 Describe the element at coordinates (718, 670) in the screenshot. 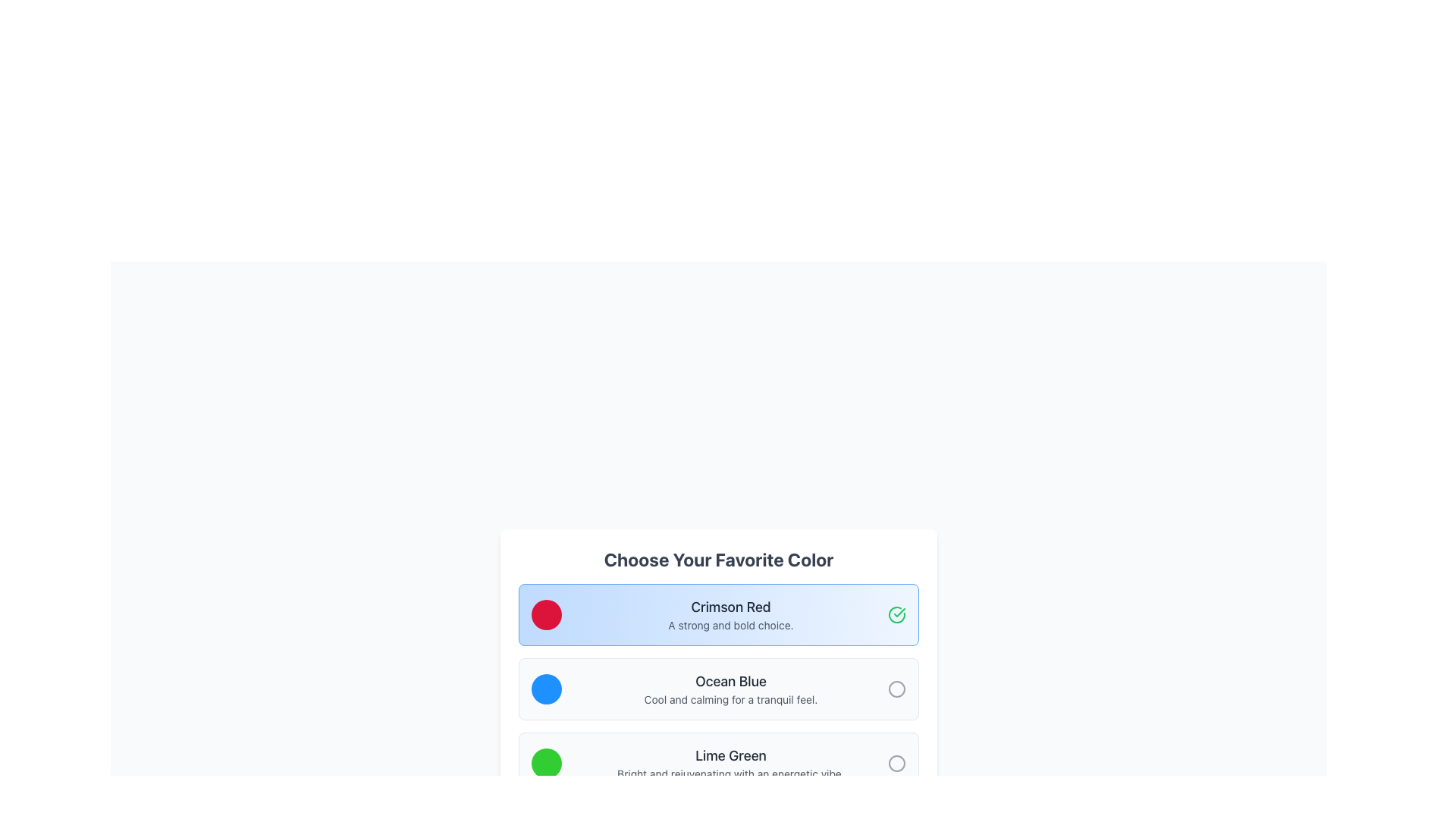

I see `to select the 'Ocean Blue' radio button option, which is the second option in the list under 'Choose Your Favorite Color'` at that location.